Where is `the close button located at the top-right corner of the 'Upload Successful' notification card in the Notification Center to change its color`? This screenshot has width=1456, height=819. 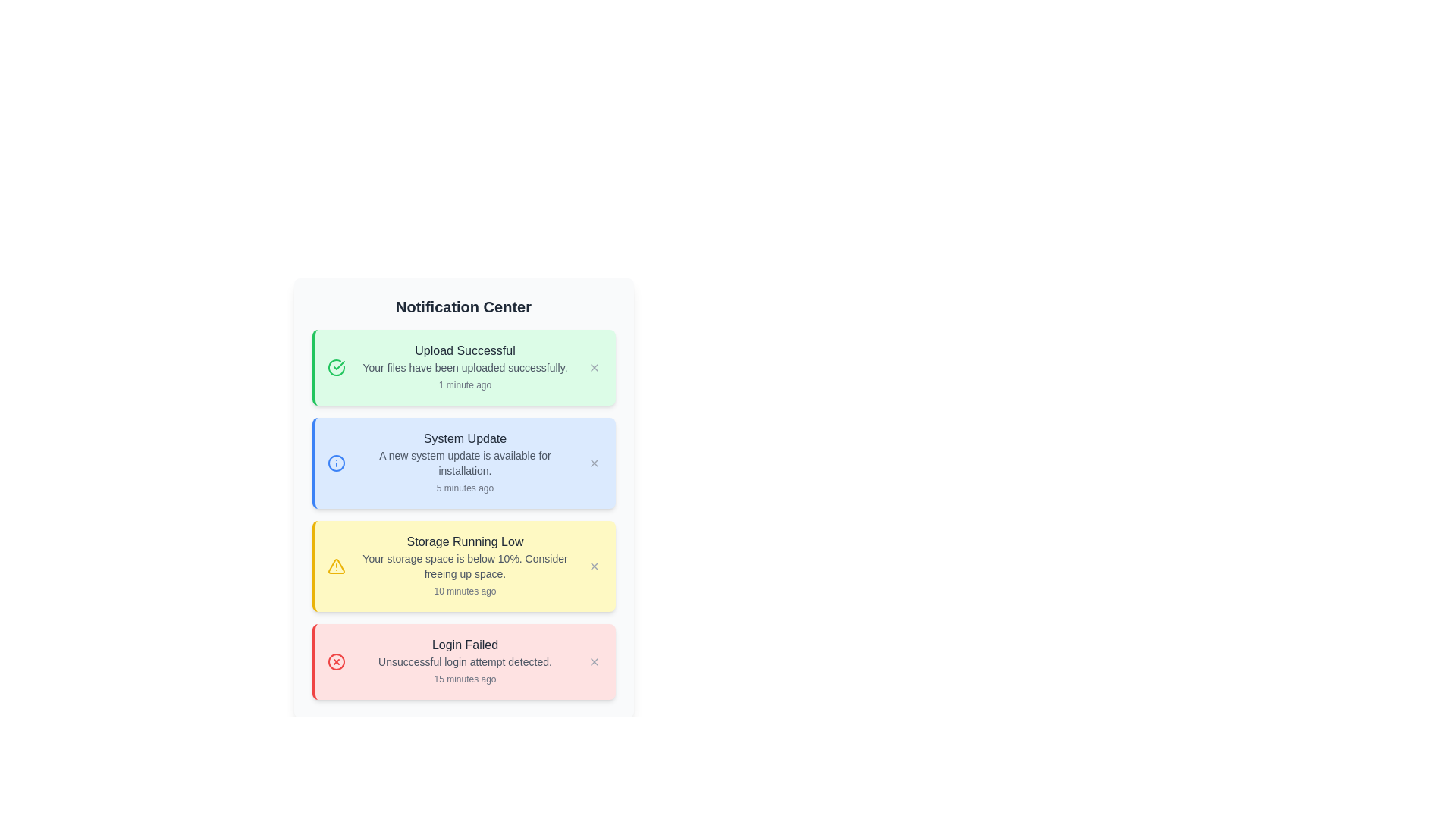
the close button located at the top-right corner of the 'Upload Successful' notification card in the Notification Center to change its color is located at coordinates (593, 368).